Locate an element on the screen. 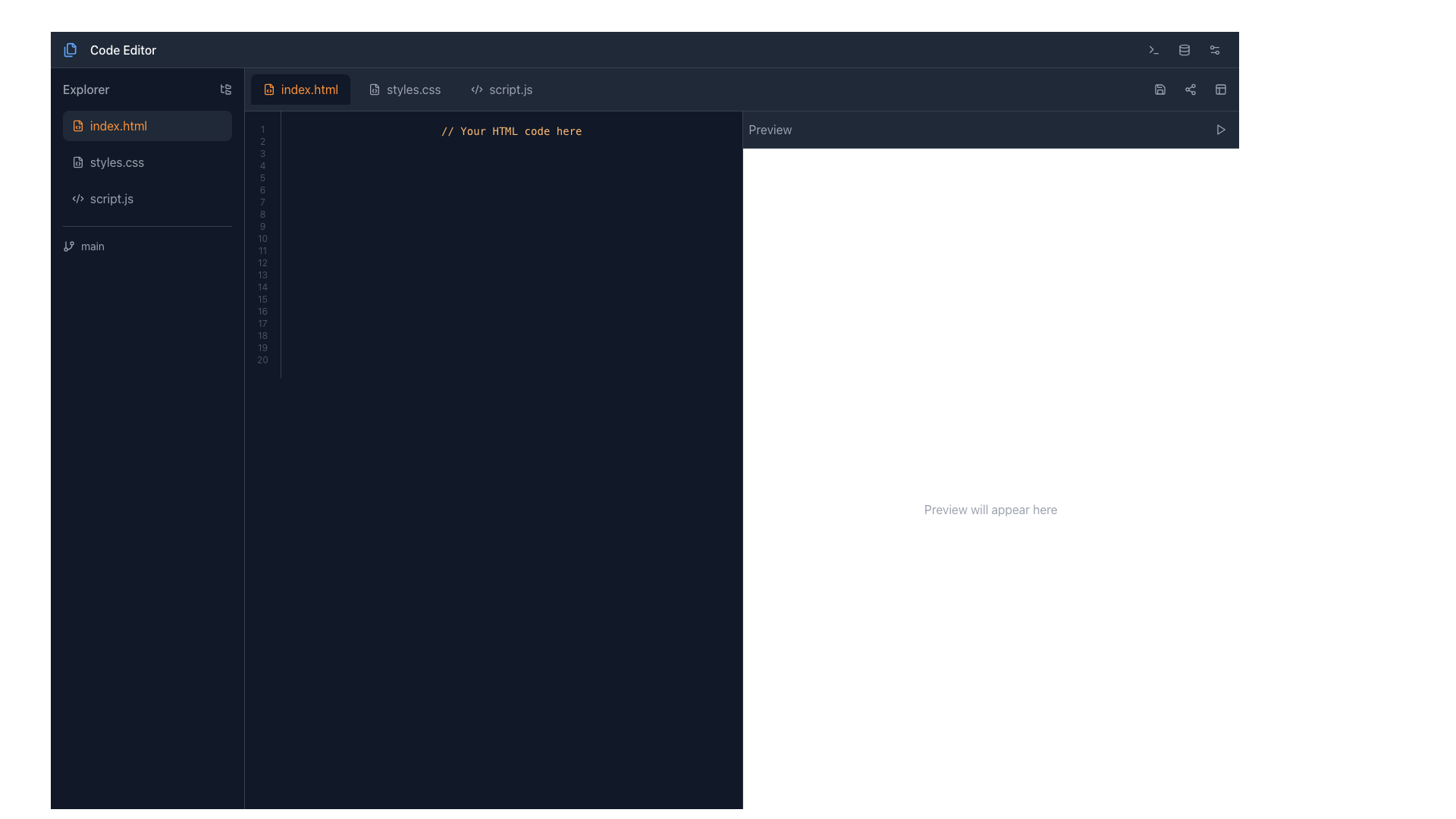 Image resolution: width=1456 pixels, height=819 pixels. the share button located in the middle of a group of three buttons on the right of the main code editor's toolbar is located at coordinates (1189, 89).